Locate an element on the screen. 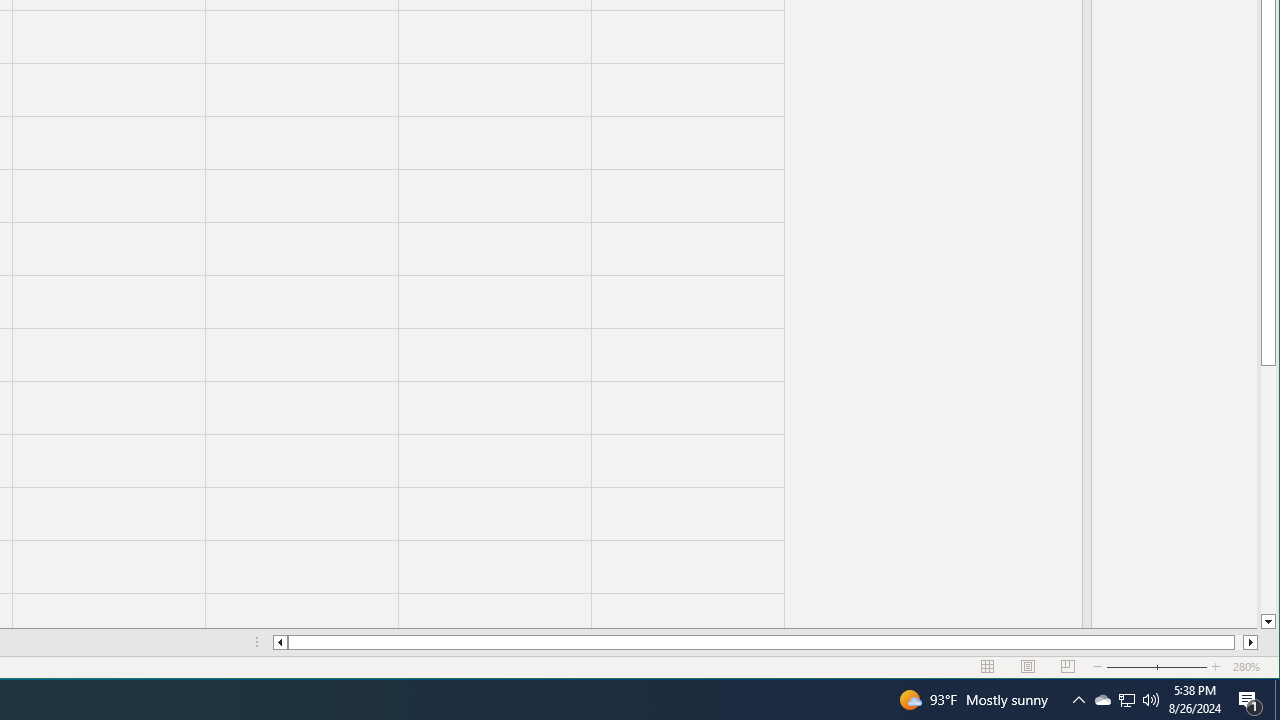 The image size is (1280, 720). 'Notification Chevron' is located at coordinates (1127, 698).